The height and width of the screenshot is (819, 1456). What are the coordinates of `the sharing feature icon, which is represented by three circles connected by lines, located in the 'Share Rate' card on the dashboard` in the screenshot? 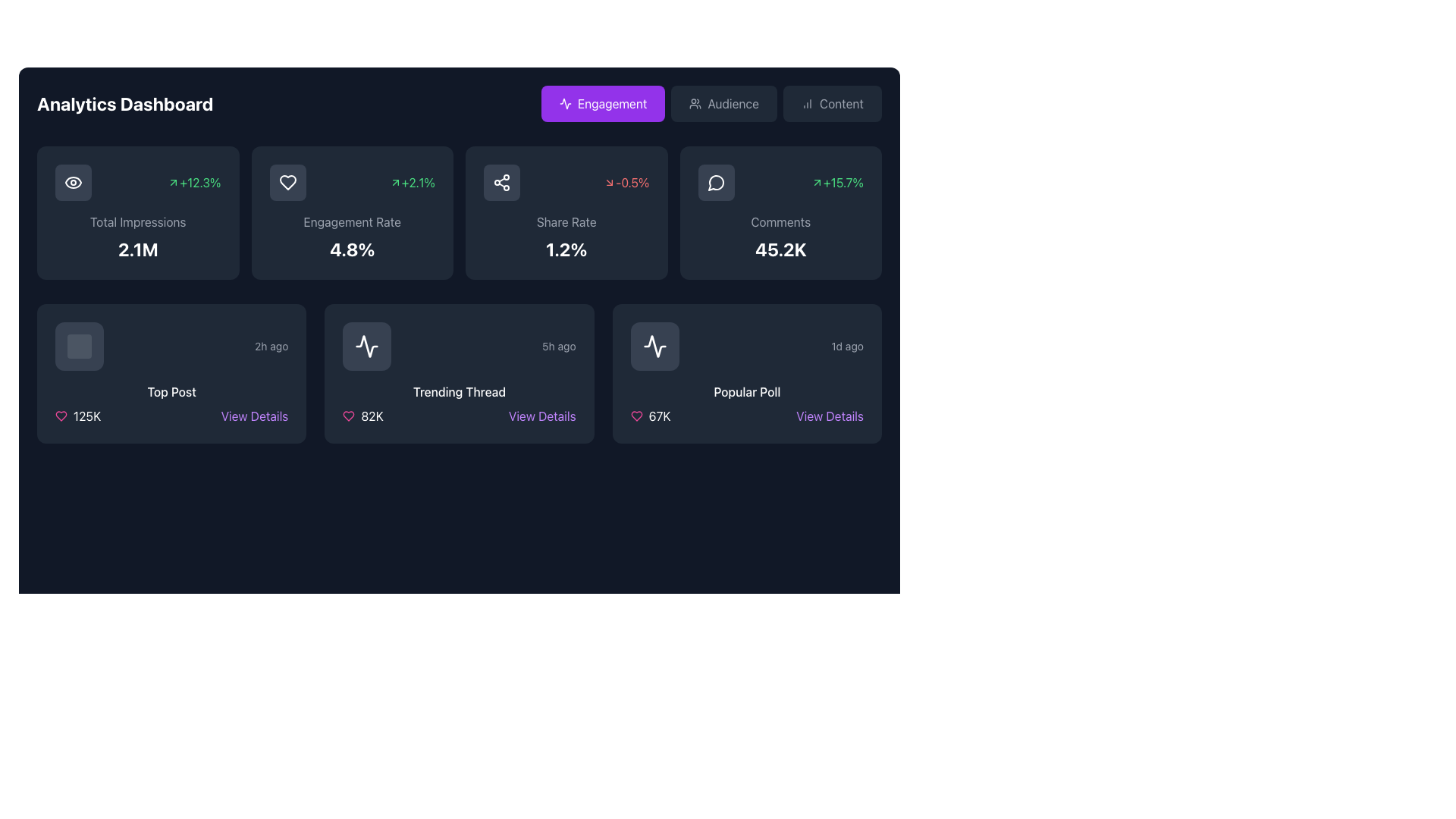 It's located at (502, 181).